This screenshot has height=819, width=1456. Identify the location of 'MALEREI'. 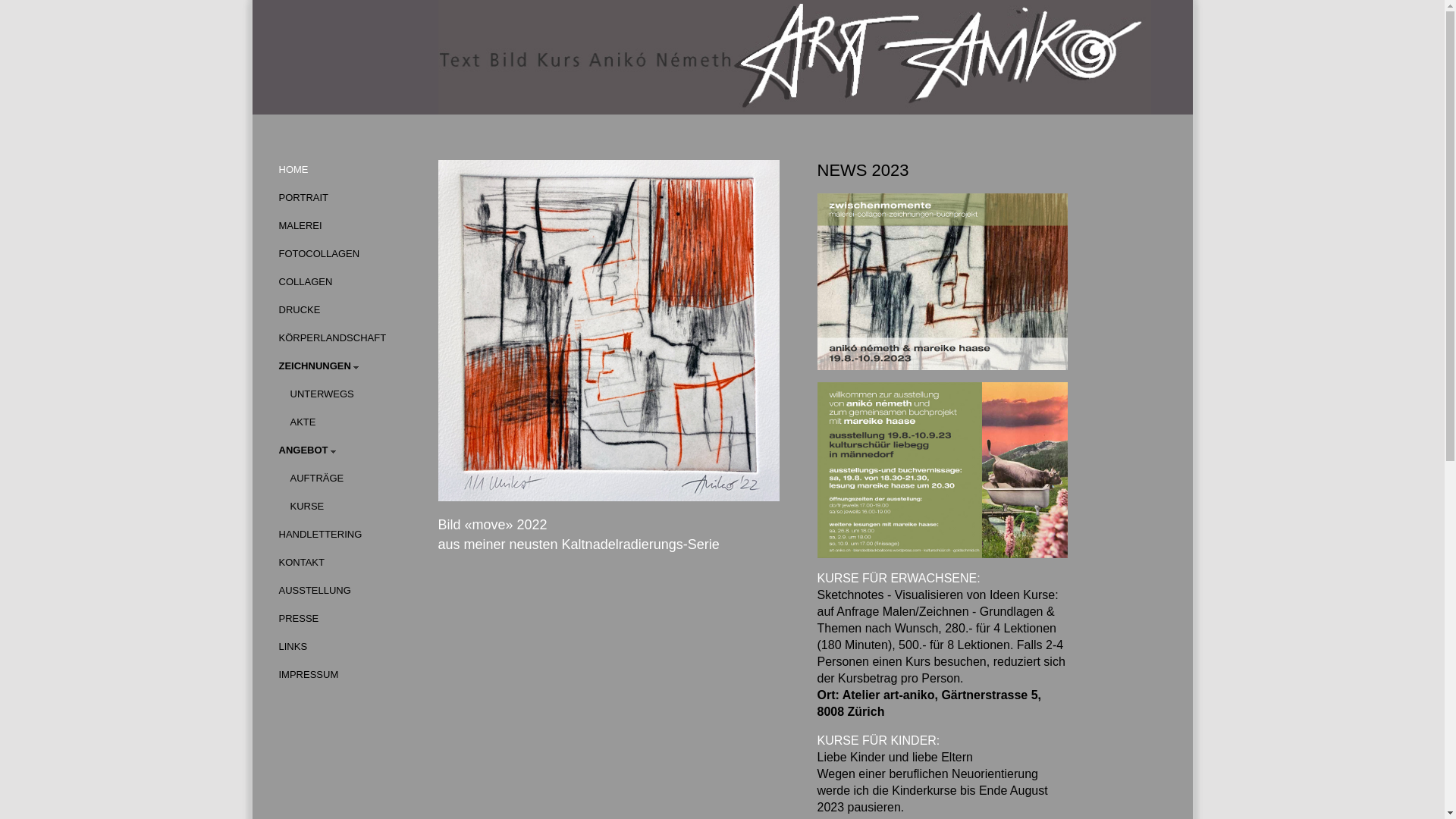
(350, 226).